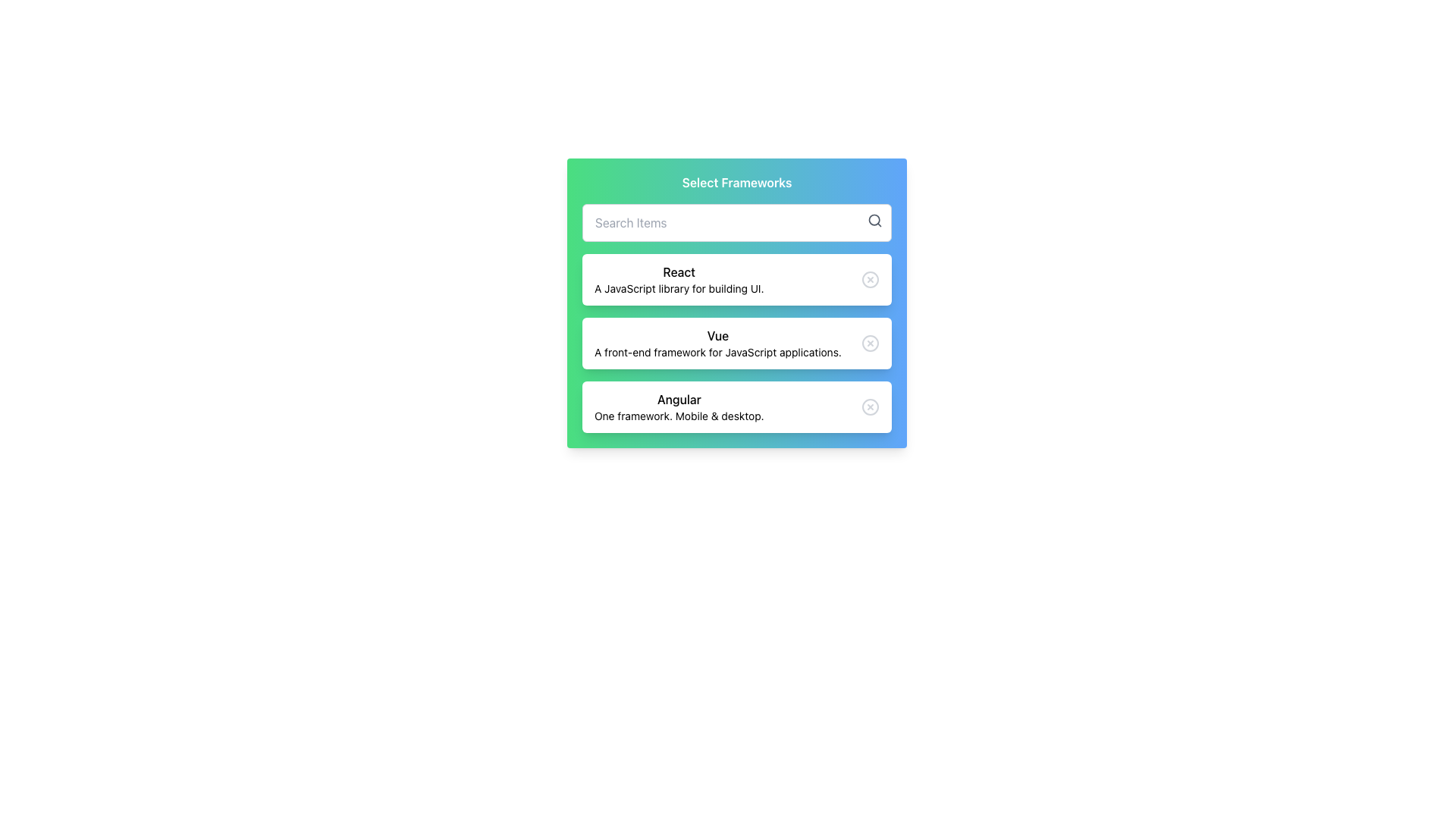 The height and width of the screenshot is (819, 1456). Describe the element at coordinates (736, 343) in the screenshot. I see `the second informational card describing the 'Vue' framework, which features a bold heading and descriptive text, styled within a white rectangular card with rounded corners` at that location.